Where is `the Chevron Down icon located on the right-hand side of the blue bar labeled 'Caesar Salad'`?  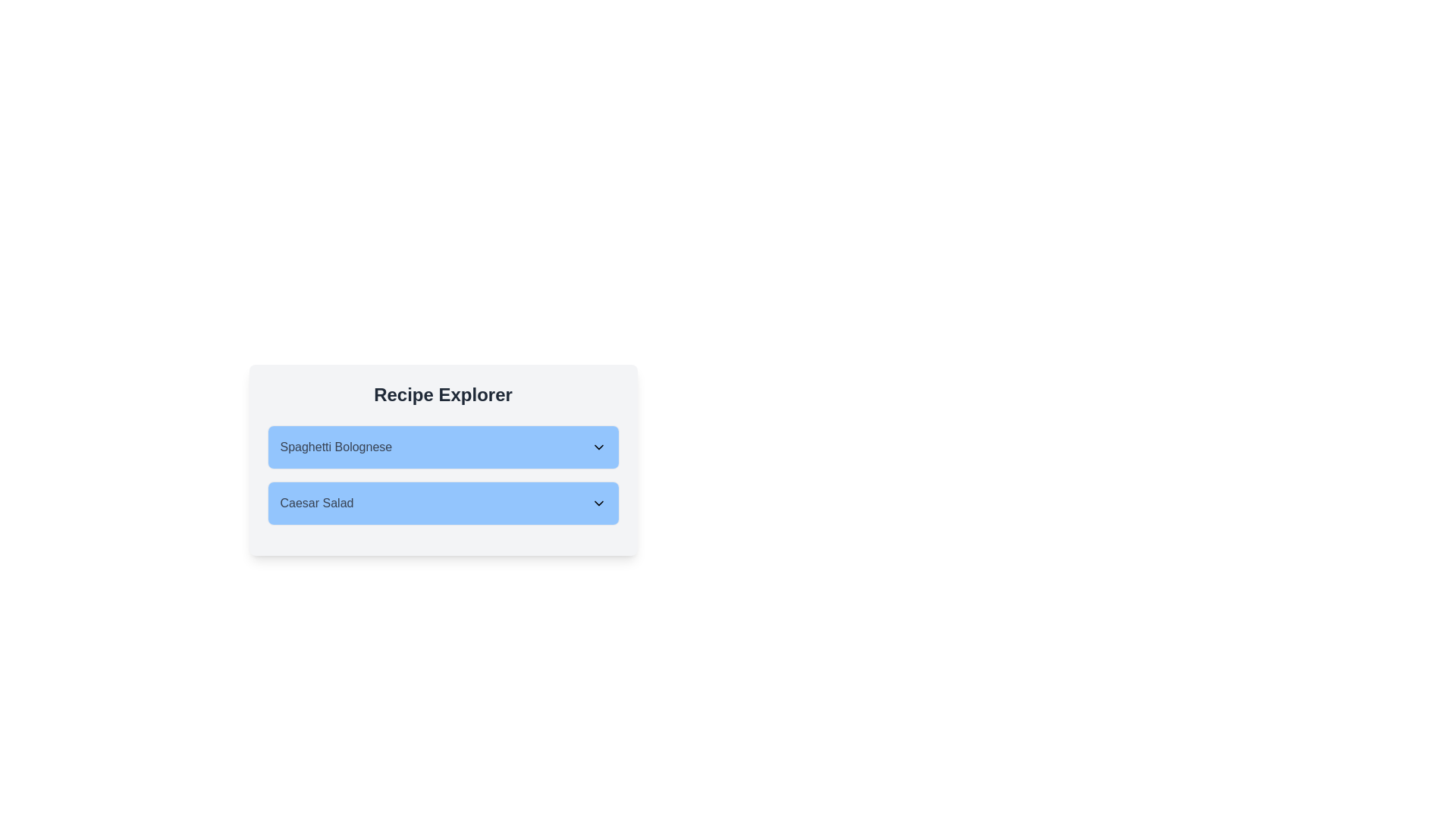 the Chevron Down icon located on the right-hand side of the blue bar labeled 'Caesar Salad' is located at coordinates (598, 503).